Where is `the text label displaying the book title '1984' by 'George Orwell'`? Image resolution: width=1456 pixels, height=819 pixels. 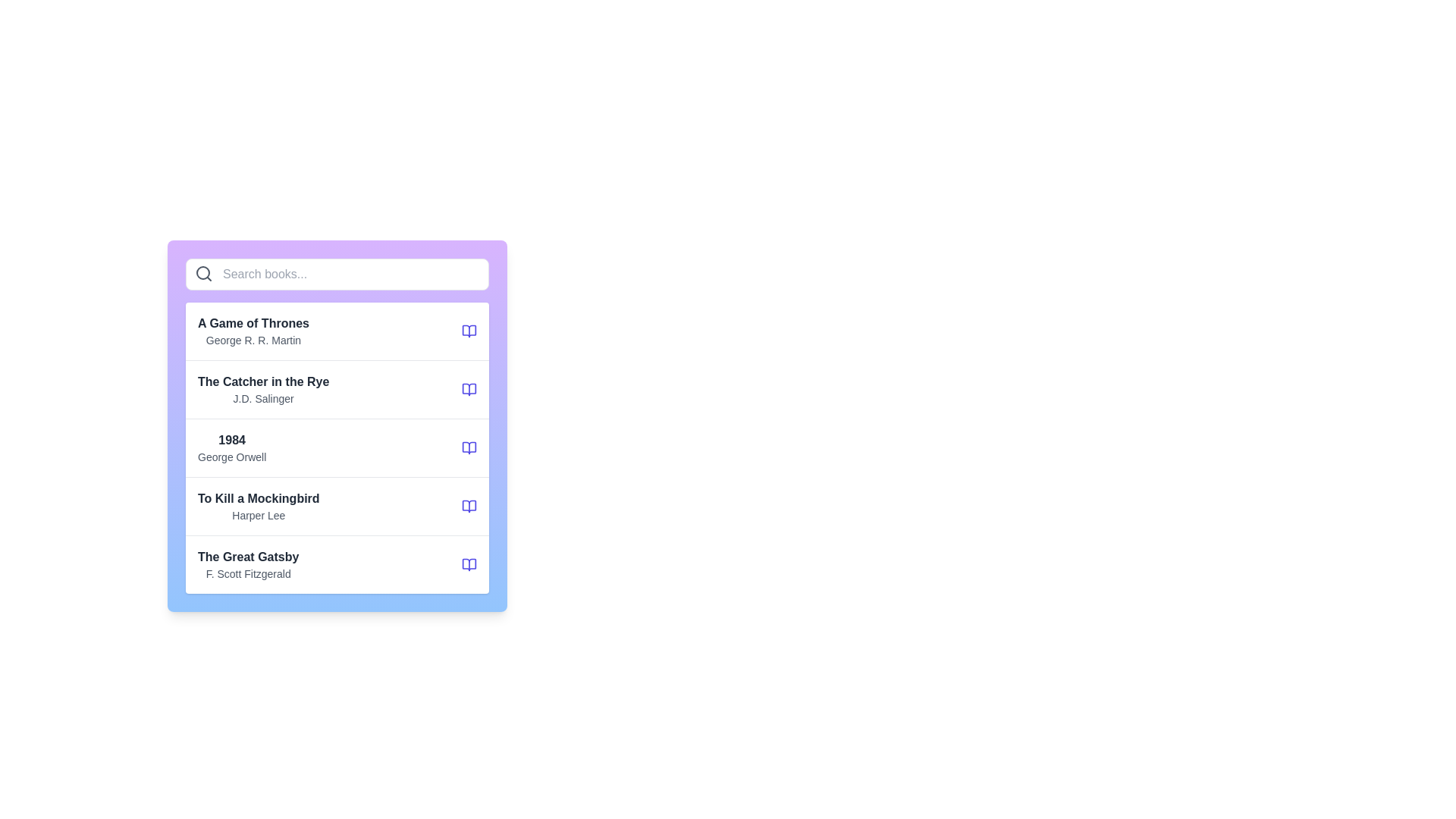
the text label displaying the book title '1984' by 'George Orwell' is located at coordinates (231, 447).